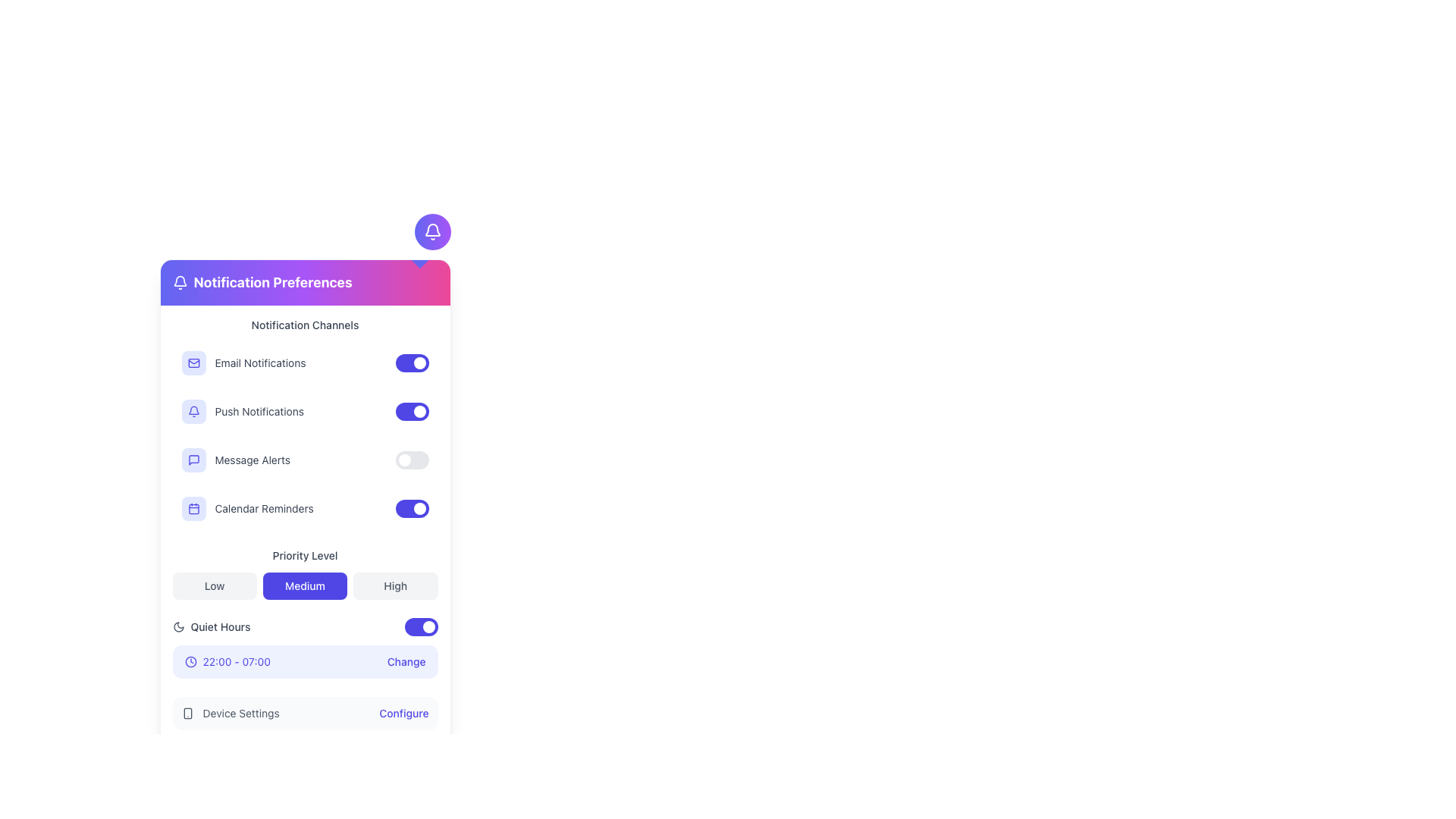  What do you see at coordinates (304, 509) in the screenshot?
I see `the toggle switch on the 'Calendar Reminders' Toggleable List Item` at bounding box center [304, 509].